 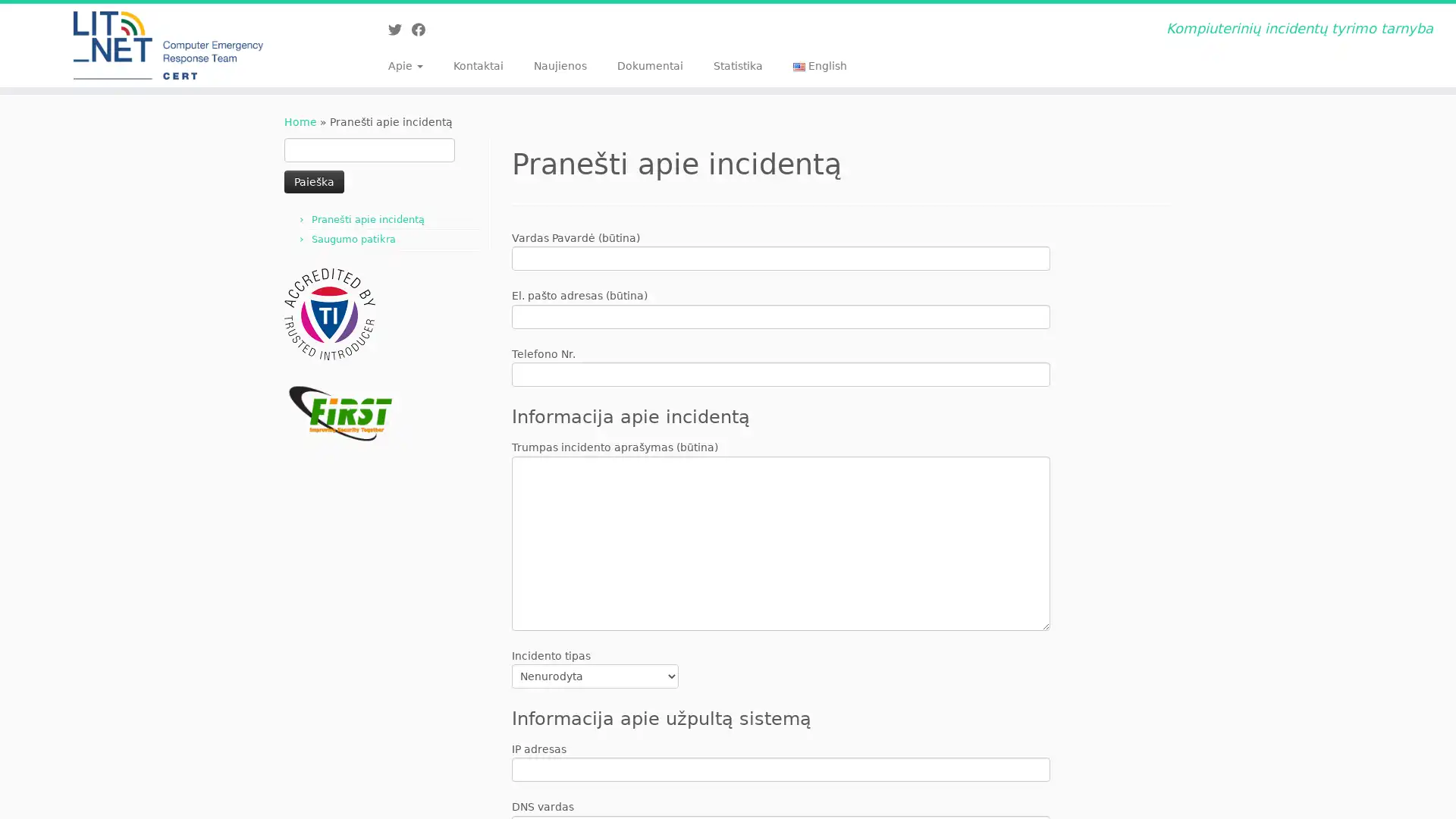 What do you see at coordinates (313, 180) in the screenshot?
I see `Paieska` at bounding box center [313, 180].